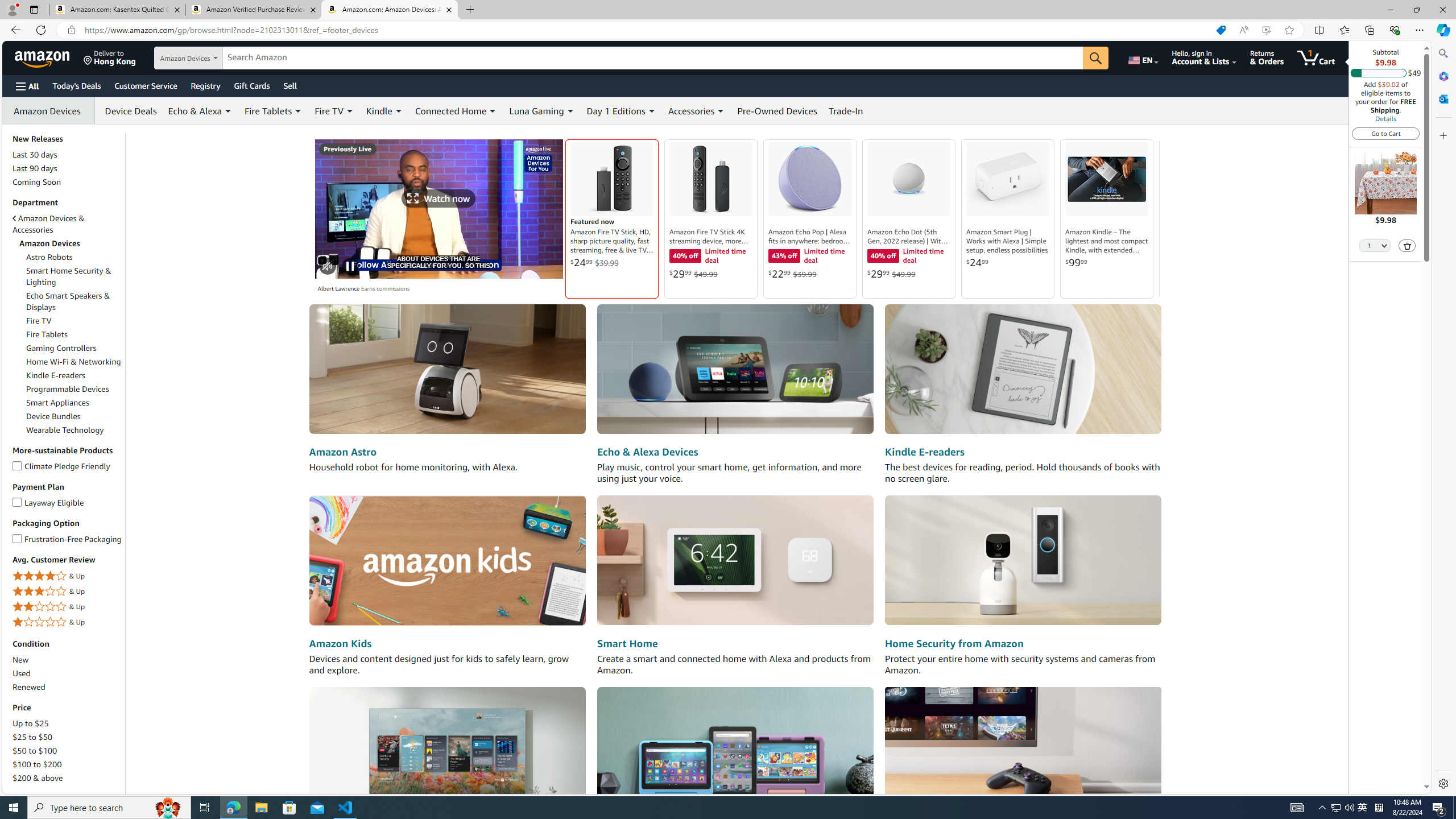 The image size is (1456, 819). Describe the element at coordinates (67, 777) in the screenshot. I see `'$200 & above'` at that location.